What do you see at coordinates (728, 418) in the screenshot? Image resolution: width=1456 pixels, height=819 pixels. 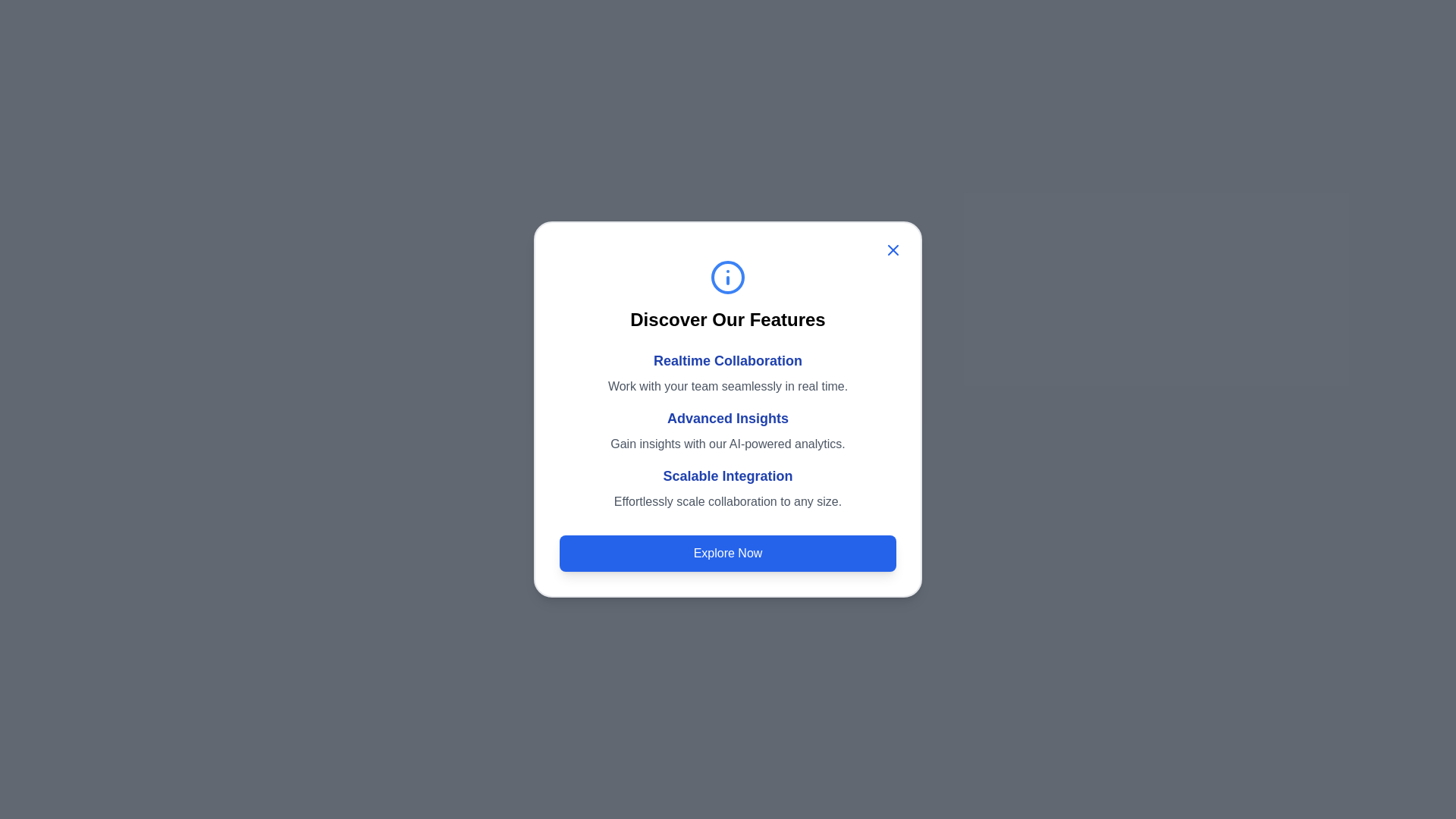 I see `the text heading 'Advanced Insights', which is styled in a large and bold blue font, located centrally beneath 'Discover Our Features' and above 'Gain insights with our AI-powered analytics'` at bounding box center [728, 418].